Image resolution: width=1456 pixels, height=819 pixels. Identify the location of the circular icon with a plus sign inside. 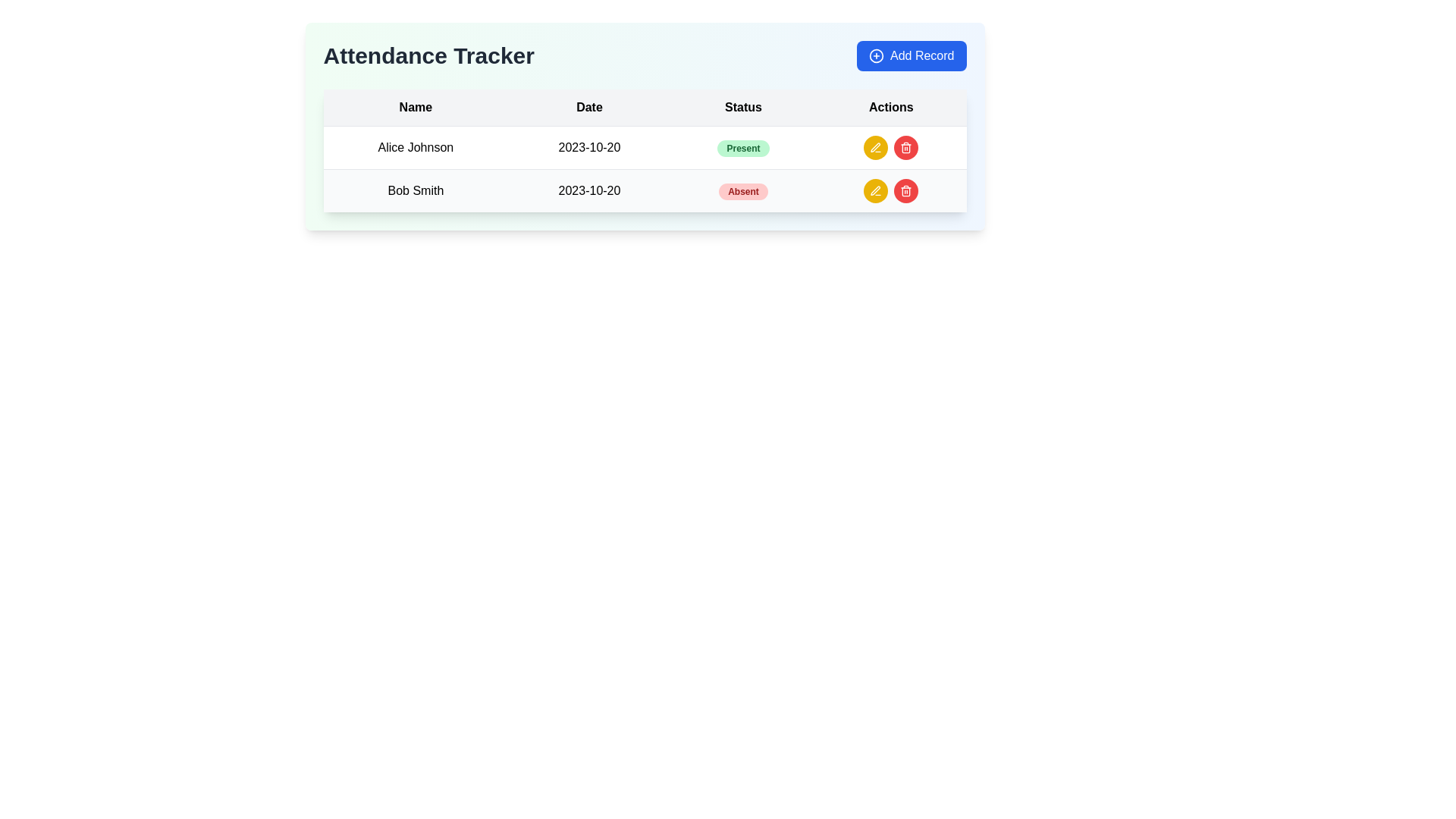
(877, 55).